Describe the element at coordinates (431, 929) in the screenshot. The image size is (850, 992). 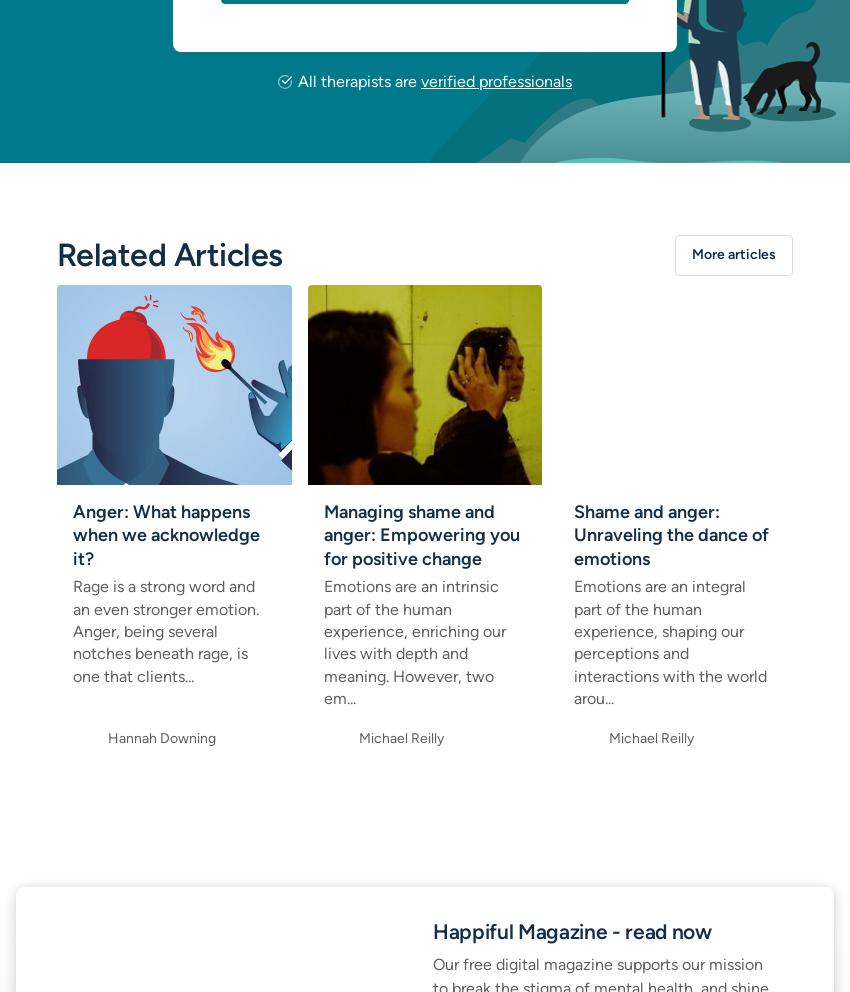
I see `'Happiful Magazine - read now'` at that location.